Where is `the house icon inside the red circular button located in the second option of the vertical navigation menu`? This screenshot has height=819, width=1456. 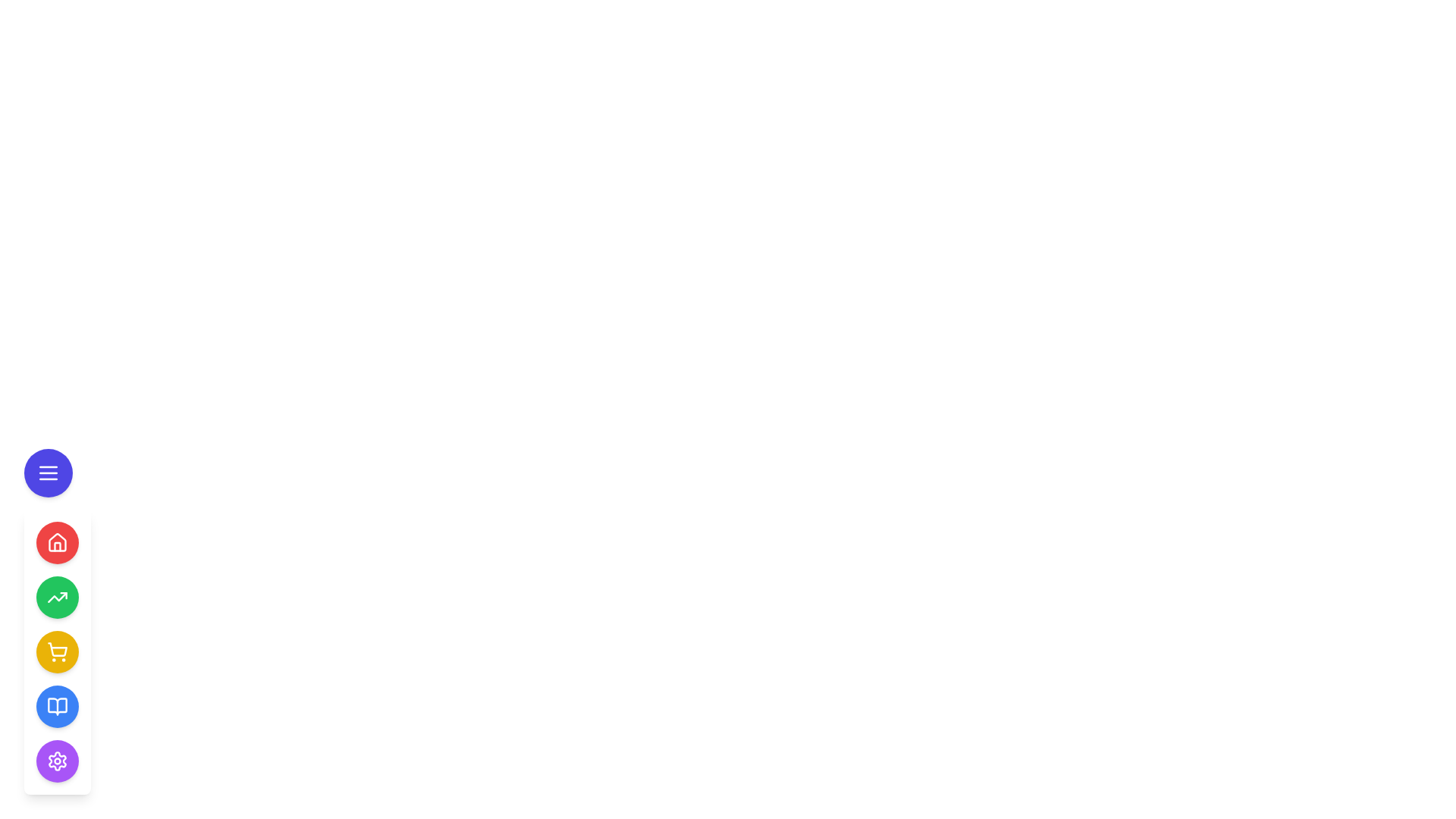
the house icon inside the red circular button located in the second option of the vertical navigation menu is located at coordinates (58, 542).